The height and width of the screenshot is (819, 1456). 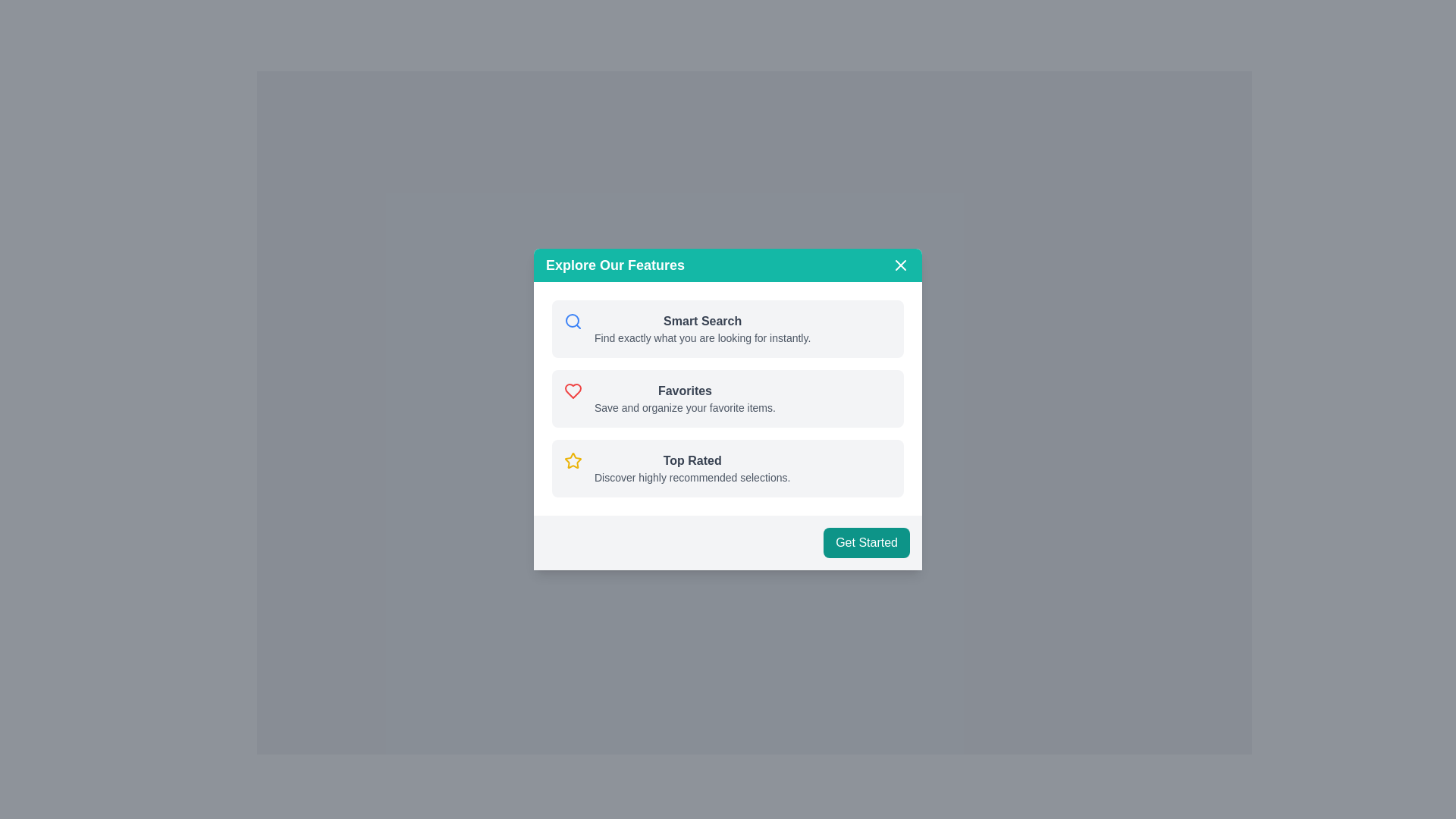 I want to click on the static text label that provides context for the 'Top Rated' feature, located beneath the 'Top Rated' title in the third section from the top, so click(x=692, y=476).